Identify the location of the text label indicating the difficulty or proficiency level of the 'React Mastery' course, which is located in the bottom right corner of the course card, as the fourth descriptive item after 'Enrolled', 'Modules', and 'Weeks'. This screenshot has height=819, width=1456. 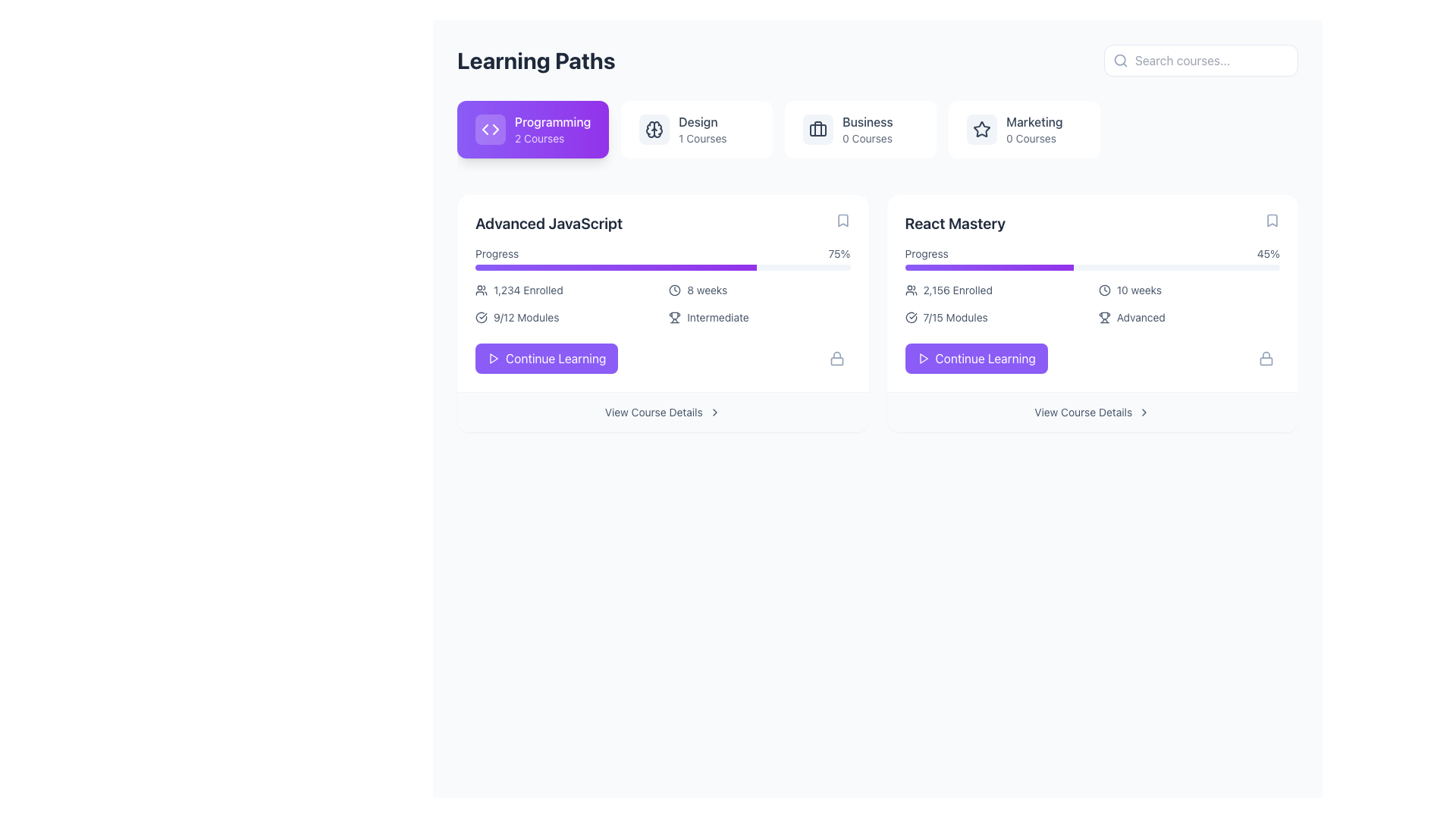
(1188, 317).